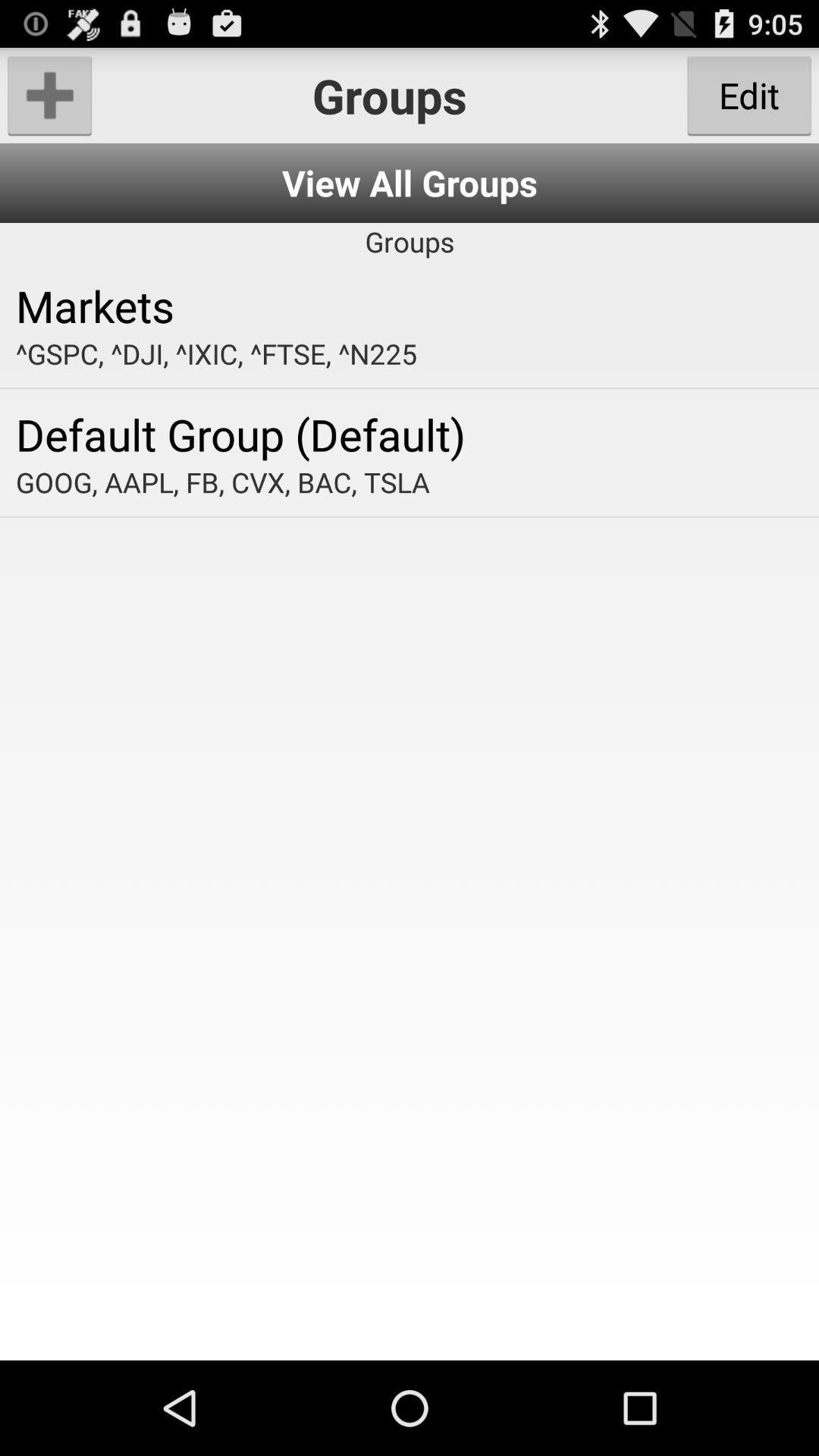  What do you see at coordinates (49, 94) in the screenshot?
I see `group` at bounding box center [49, 94].